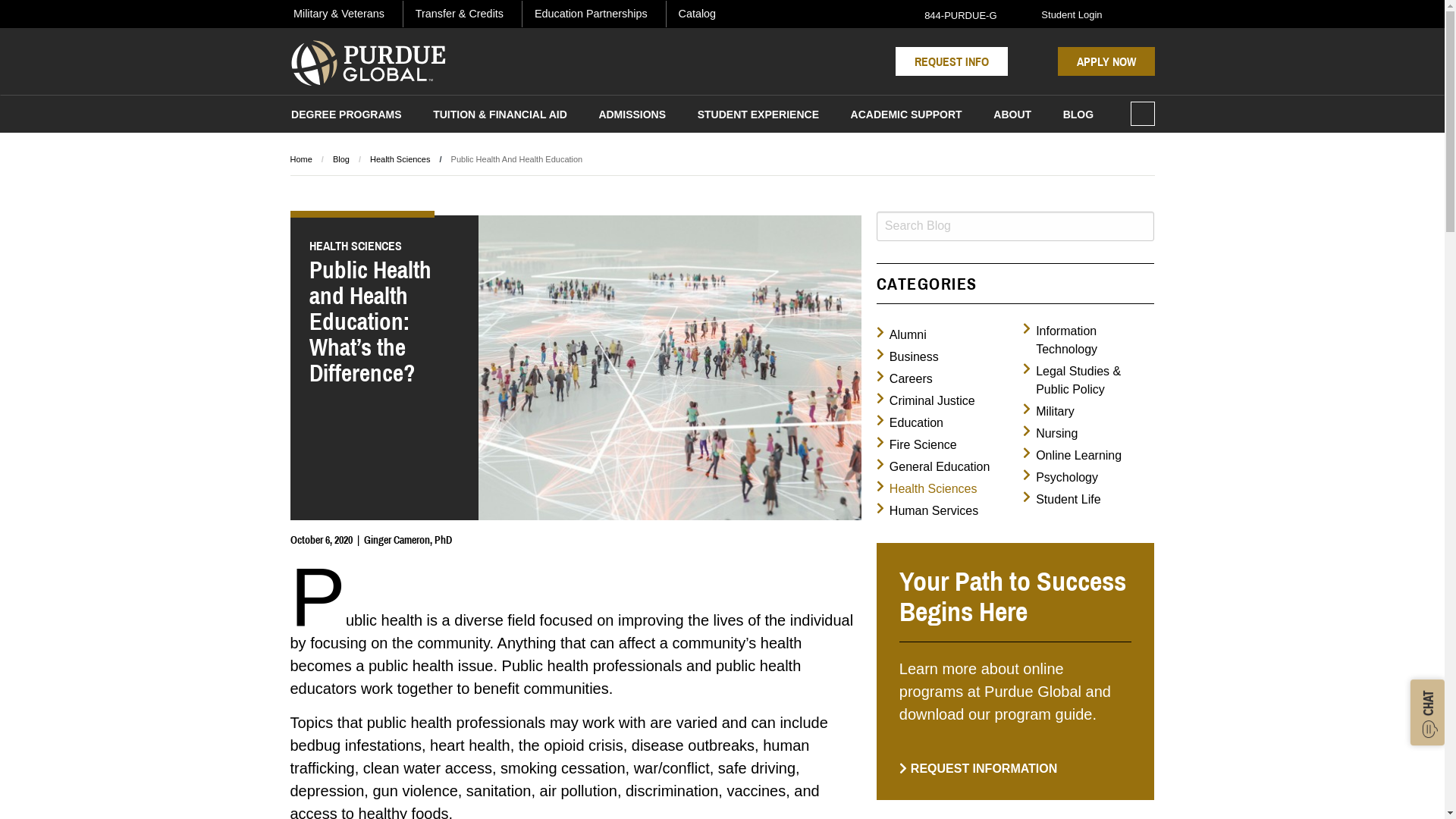  What do you see at coordinates (907, 356) in the screenshot?
I see `'Business'` at bounding box center [907, 356].